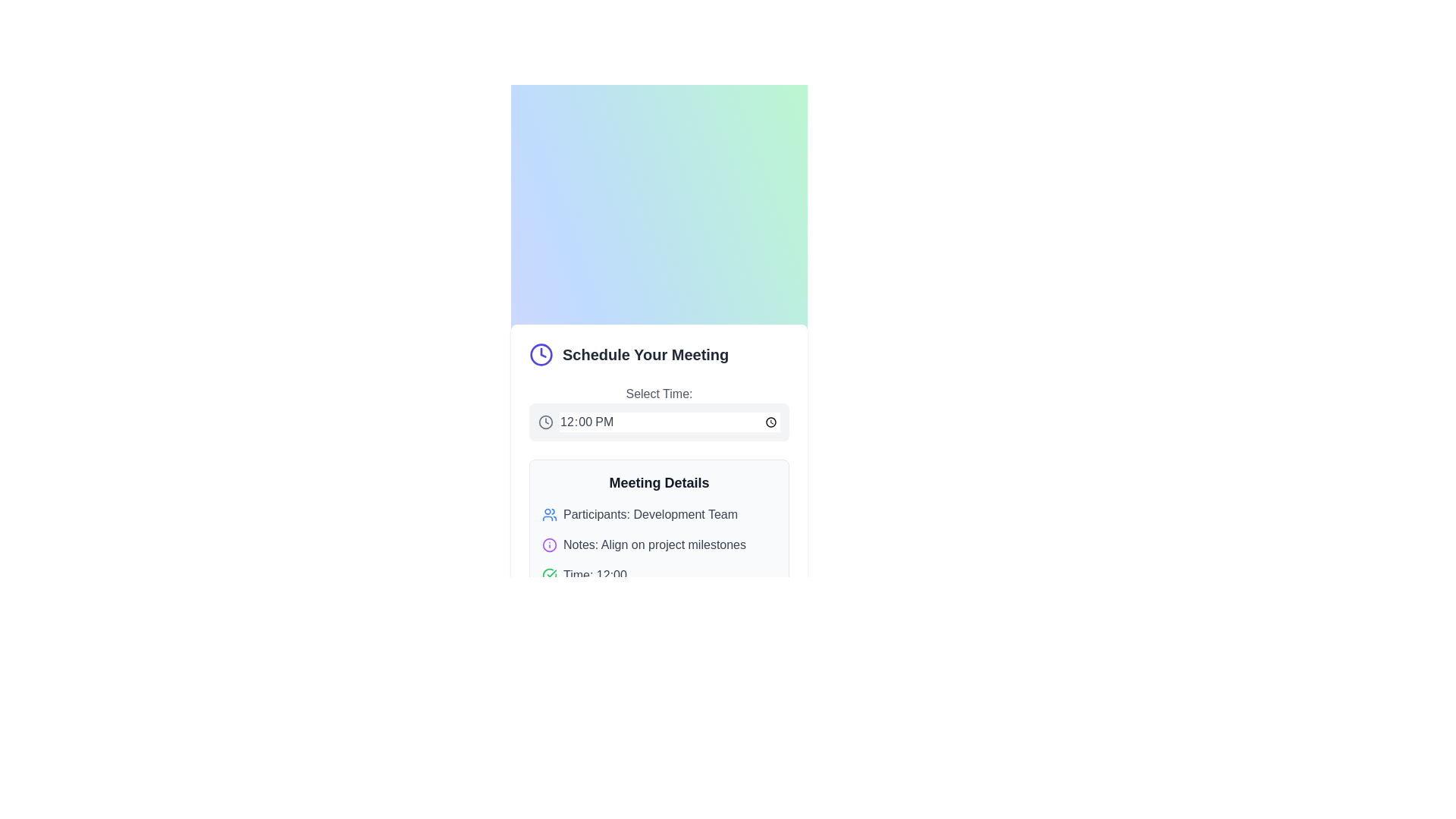 This screenshot has height=819, width=1456. Describe the element at coordinates (654, 544) in the screenshot. I see `the static text element that reads 'Notes: Align on project milestones', which is located in the 'Meeting Details' section and is styled plainly in dark gray color` at that location.